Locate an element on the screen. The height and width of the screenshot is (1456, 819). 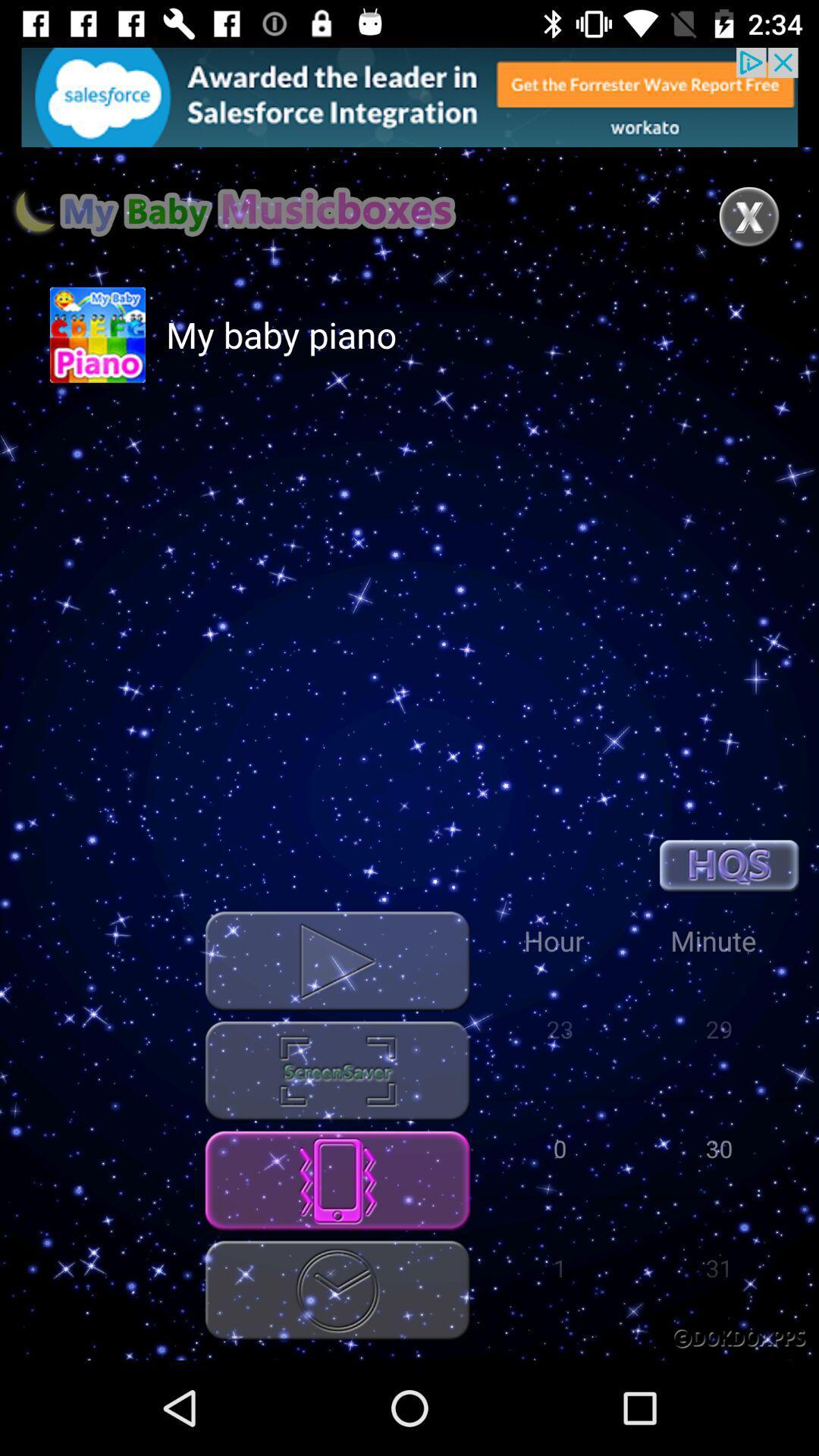
timing option is located at coordinates (337, 1290).